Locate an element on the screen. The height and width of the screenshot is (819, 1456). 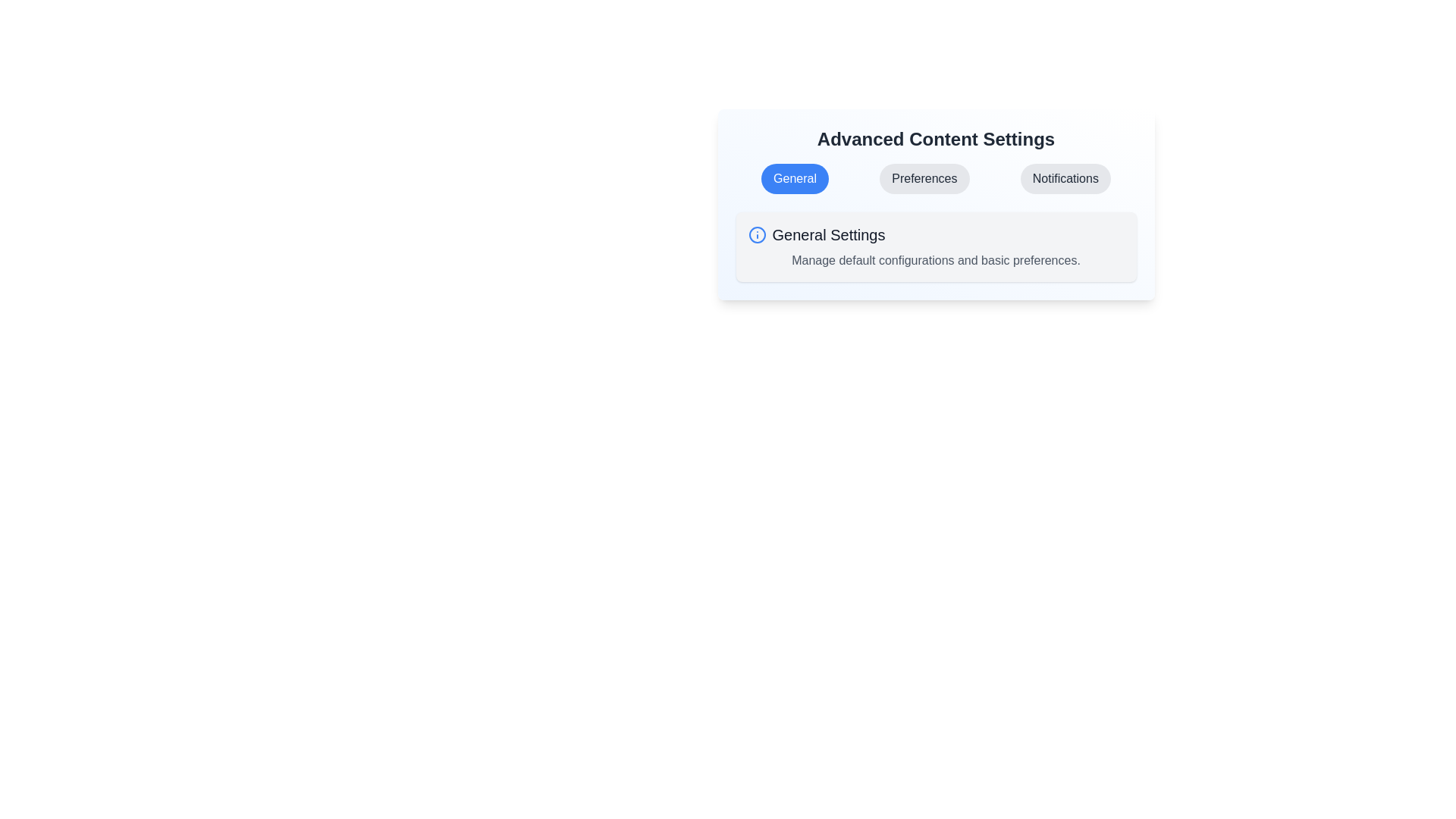
the first button labeled 'General' in the horizontal arrangement of buttons is located at coordinates (794, 177).